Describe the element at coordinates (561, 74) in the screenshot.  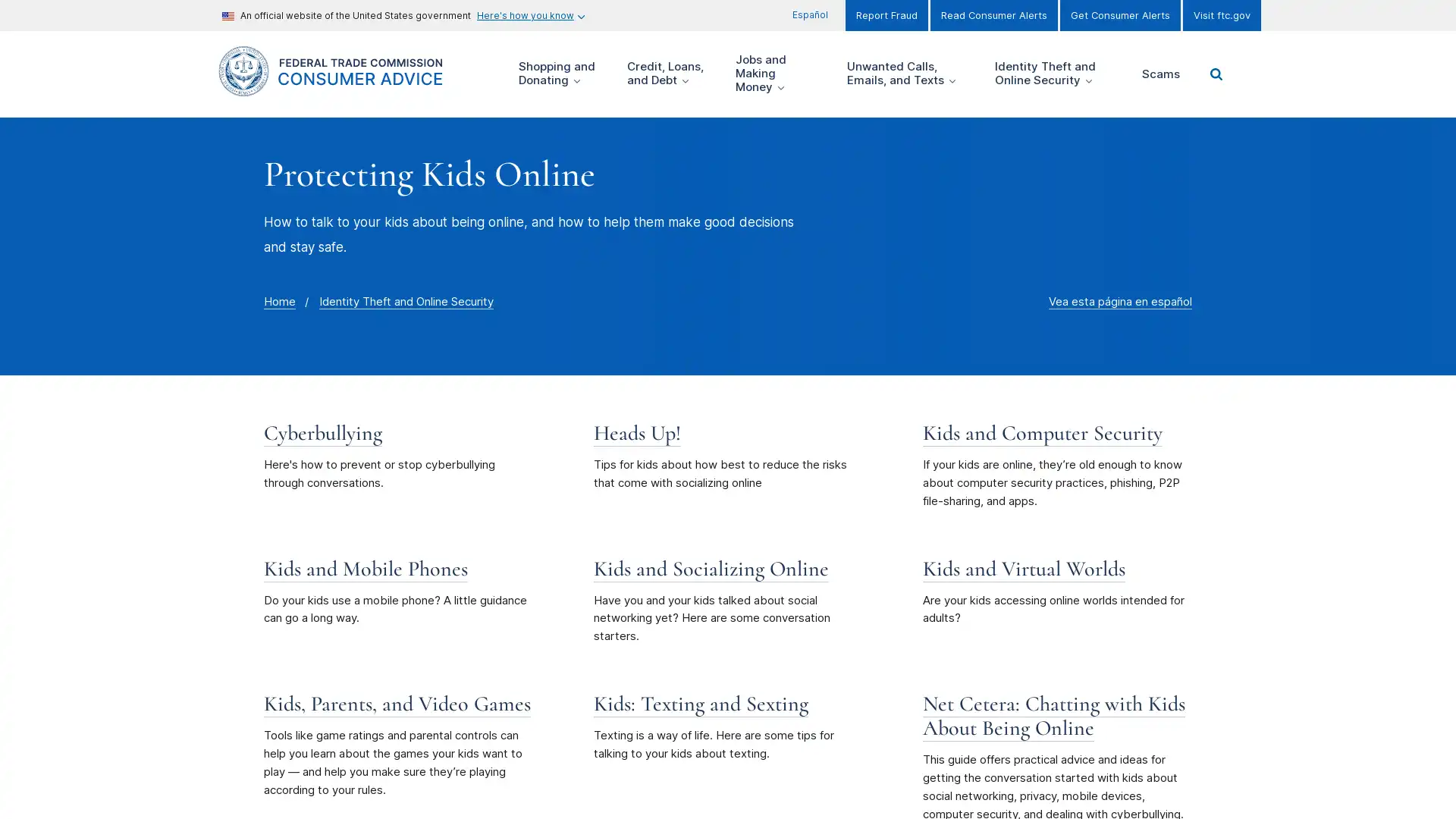
I see `Show/hide Shopping and Donating menu items` at that location.